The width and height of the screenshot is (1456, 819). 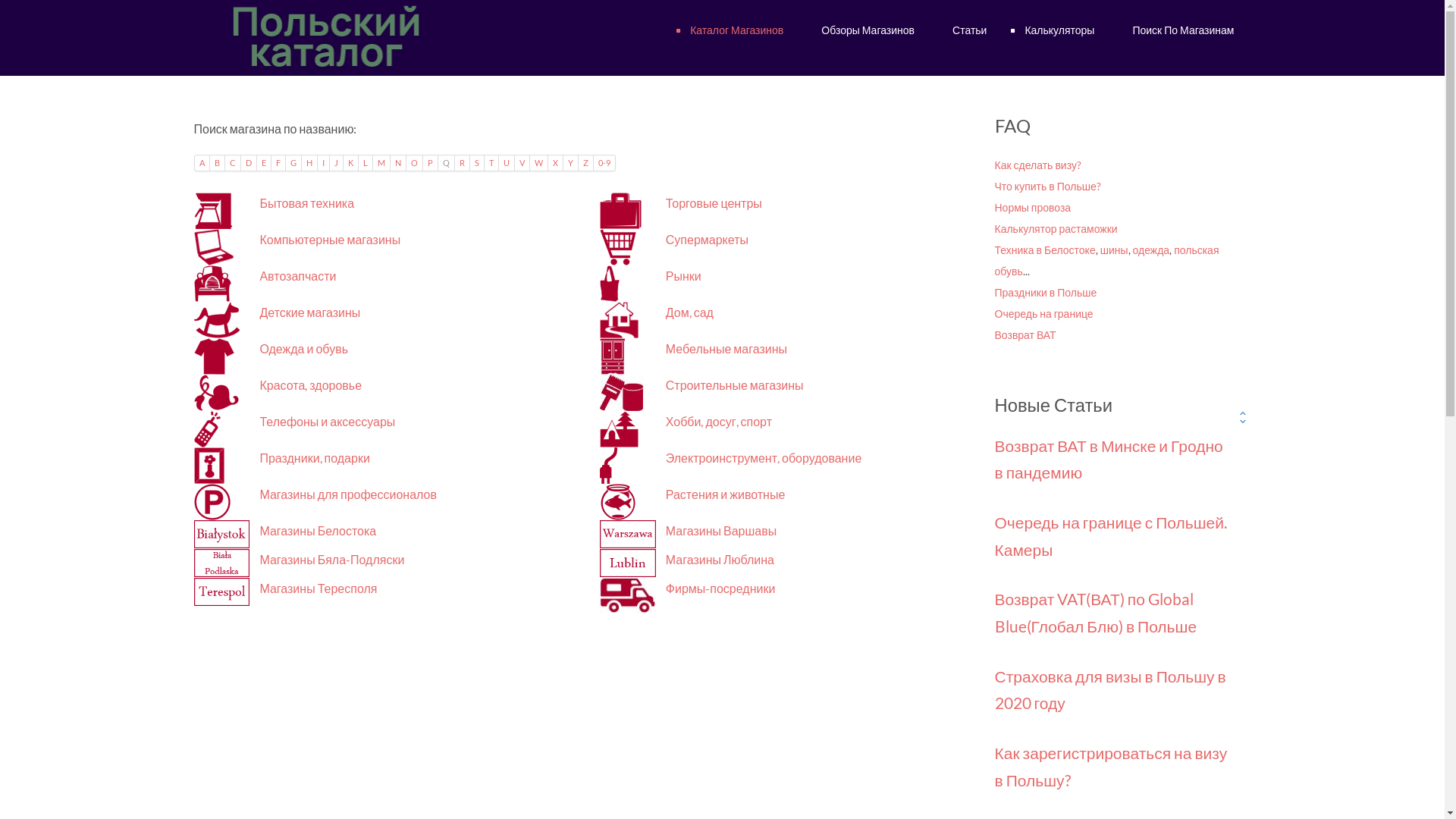 I want to click on 'O', so click(x=406, y=163).